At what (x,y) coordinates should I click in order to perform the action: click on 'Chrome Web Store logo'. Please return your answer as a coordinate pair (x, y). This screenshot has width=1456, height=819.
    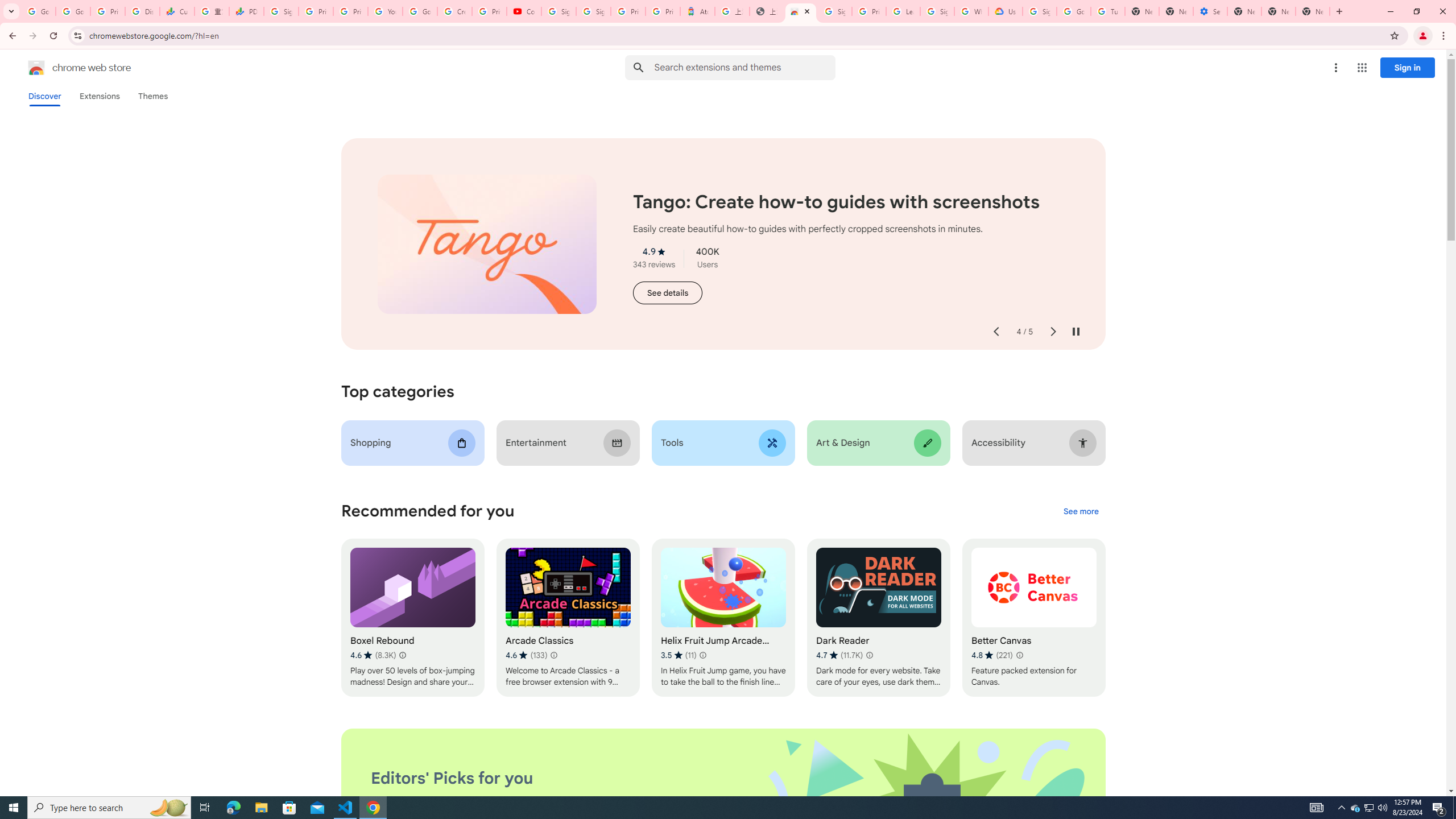
    Looking at the image, I should click on (36, 67).